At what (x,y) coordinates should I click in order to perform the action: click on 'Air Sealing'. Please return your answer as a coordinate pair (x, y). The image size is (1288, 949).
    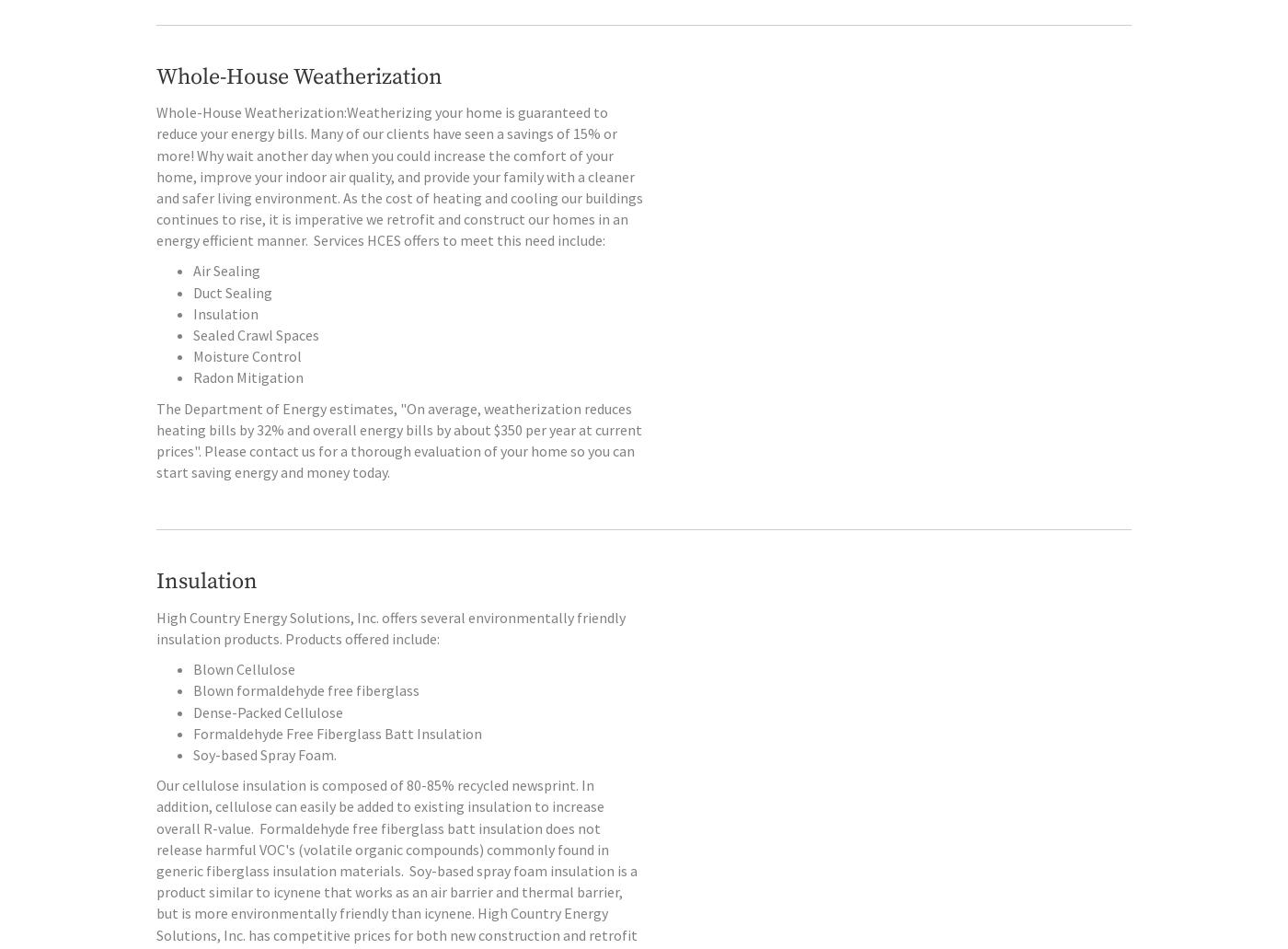
    Looking at the image, I should click on (226, 308).